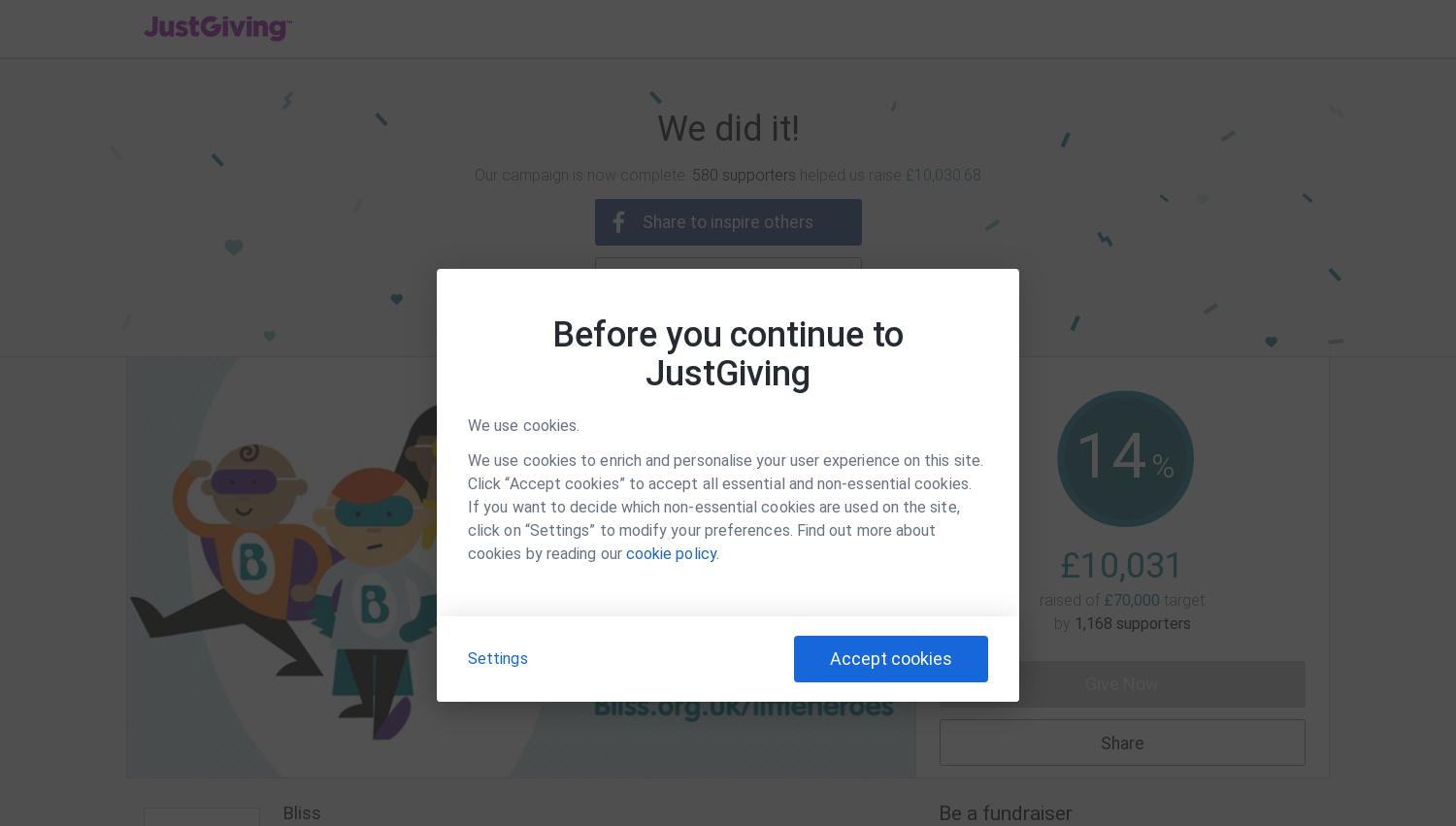 The height and width of the screenshot is (826, 1456). Describe the element at coordinates (726, 129) in the screenshot. I see `'We did it!'` at that location.